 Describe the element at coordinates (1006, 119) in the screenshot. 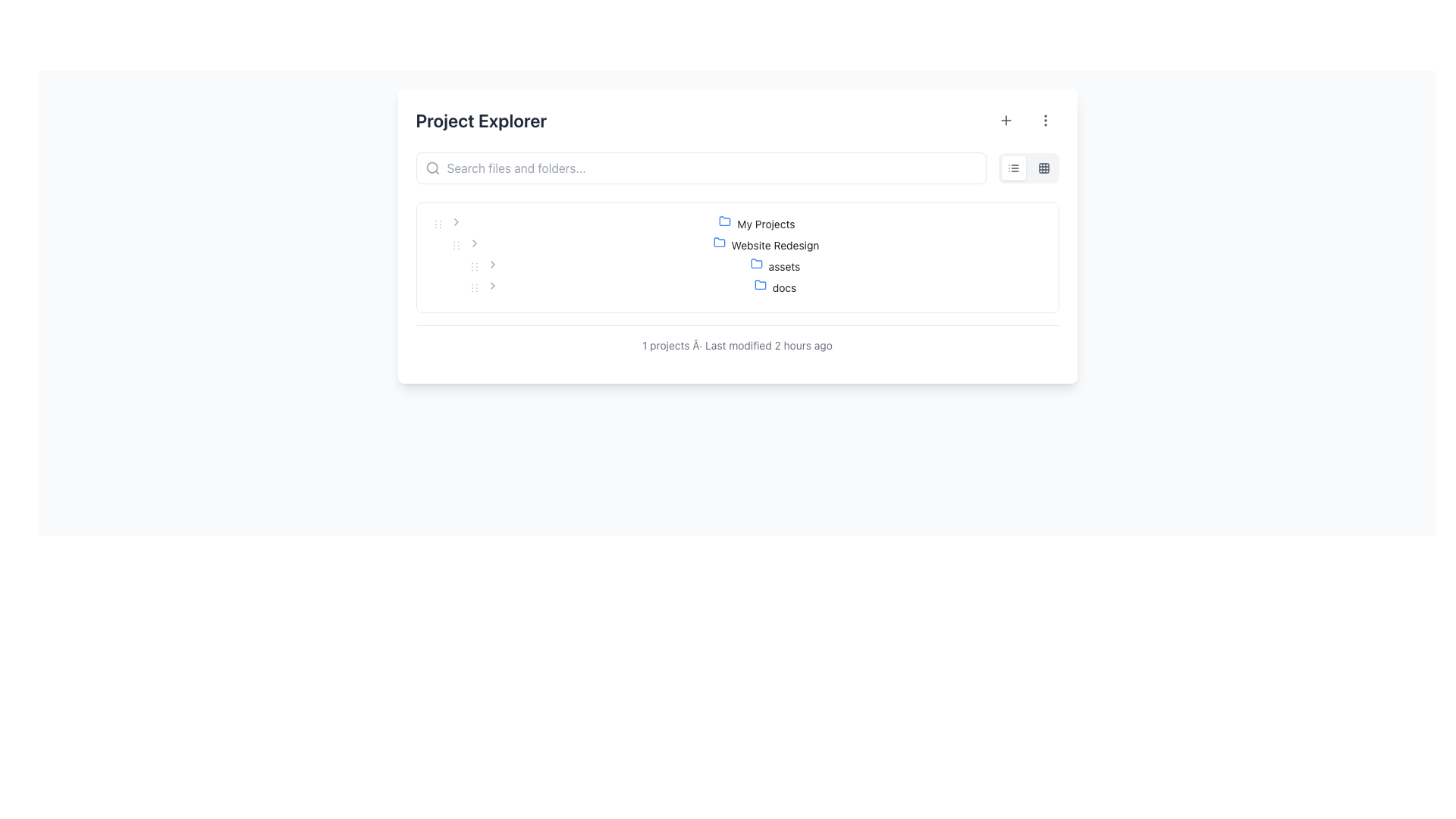

I see `the add new item button in the top-right of the 'Project Explorer' panel` at that location.